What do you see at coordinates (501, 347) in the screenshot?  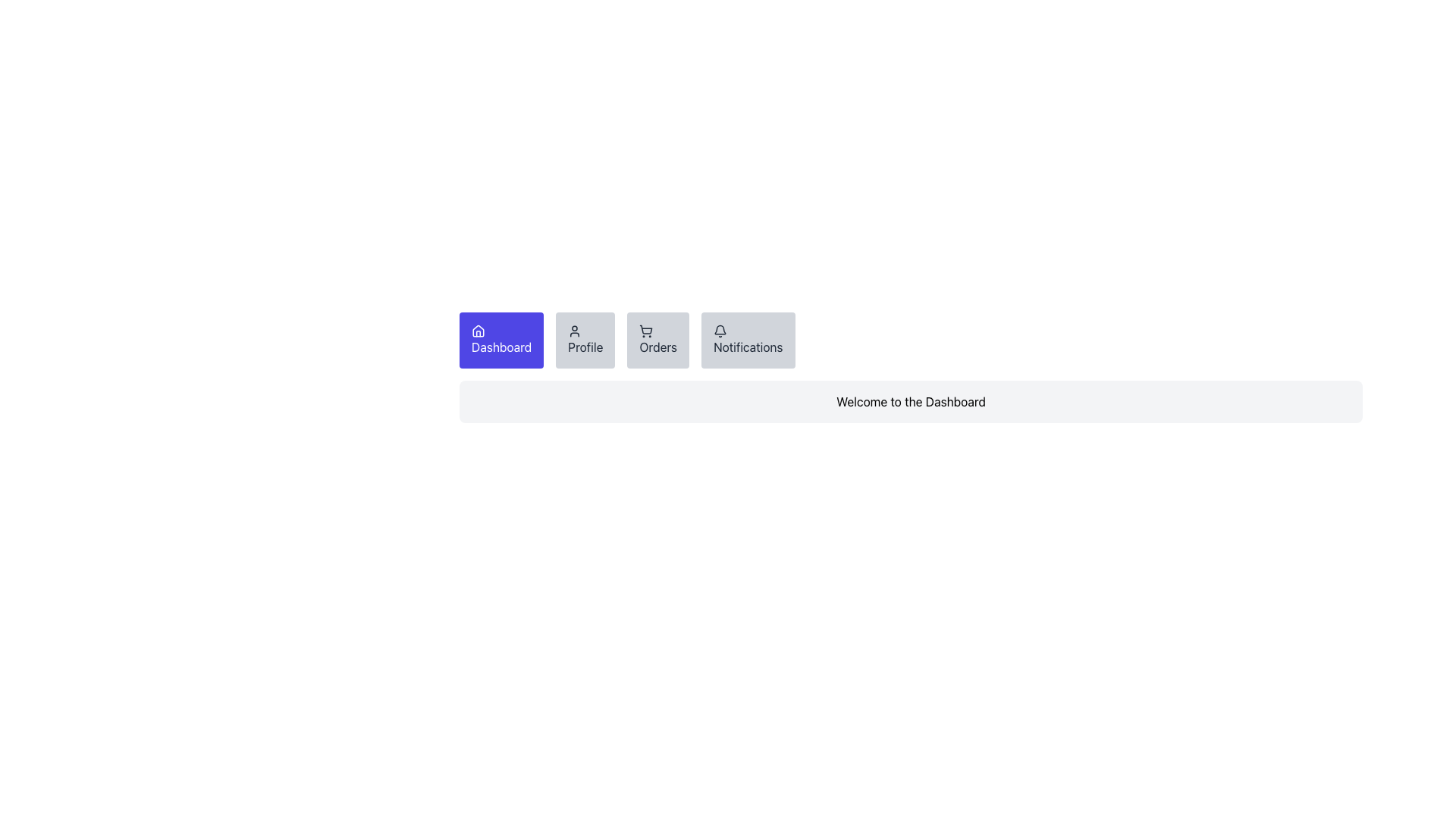 I see `the 'Dashboard' text label in the top-left corner of the navigation menu, styled with white font on a violet background` at bounding box center [501, 347].